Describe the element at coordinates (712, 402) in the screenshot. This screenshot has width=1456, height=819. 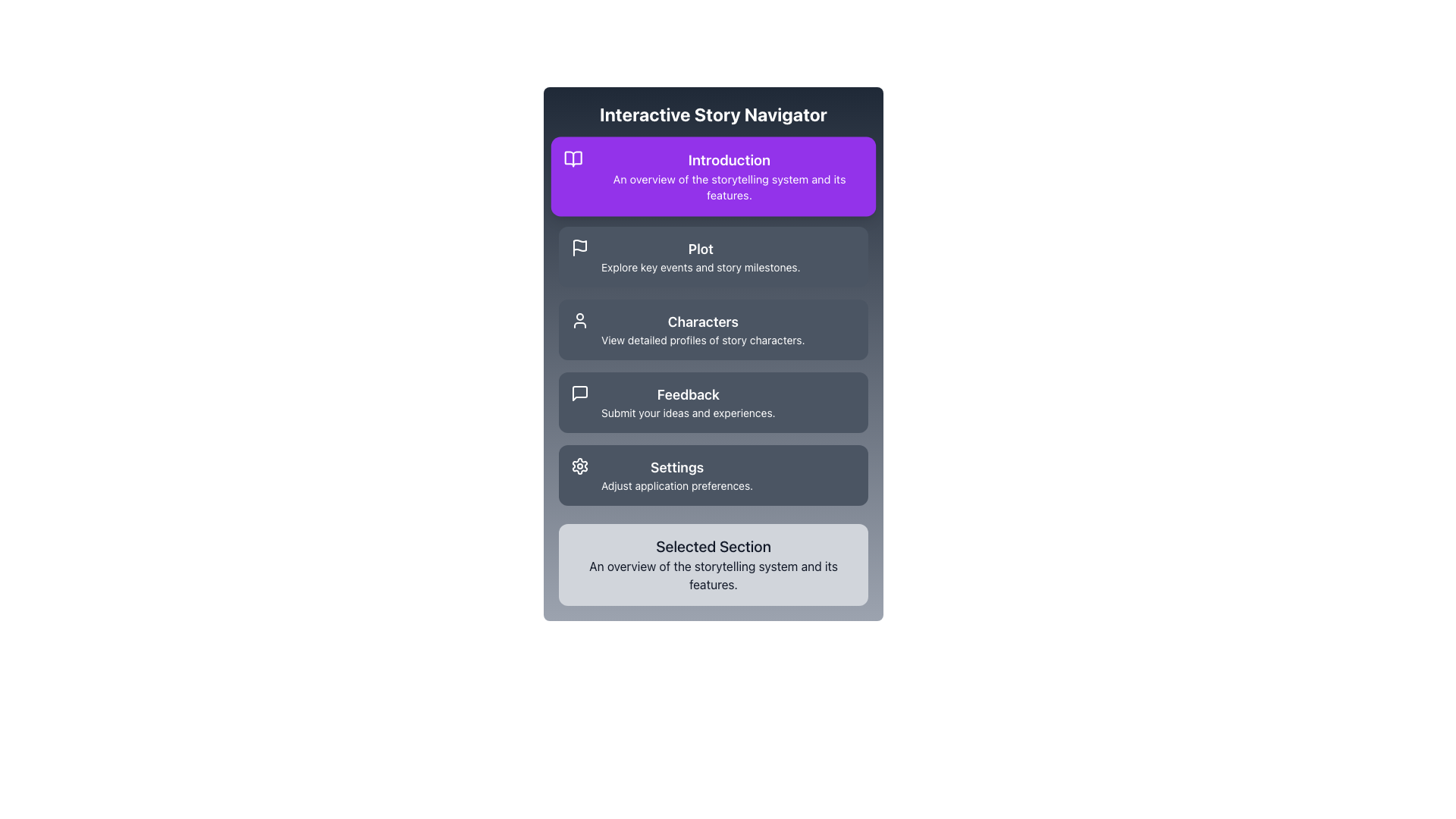
I see `the navigational button located fourth in the vertical list, positioned between the 'Characters' card and the 'Settings' card` at that location.